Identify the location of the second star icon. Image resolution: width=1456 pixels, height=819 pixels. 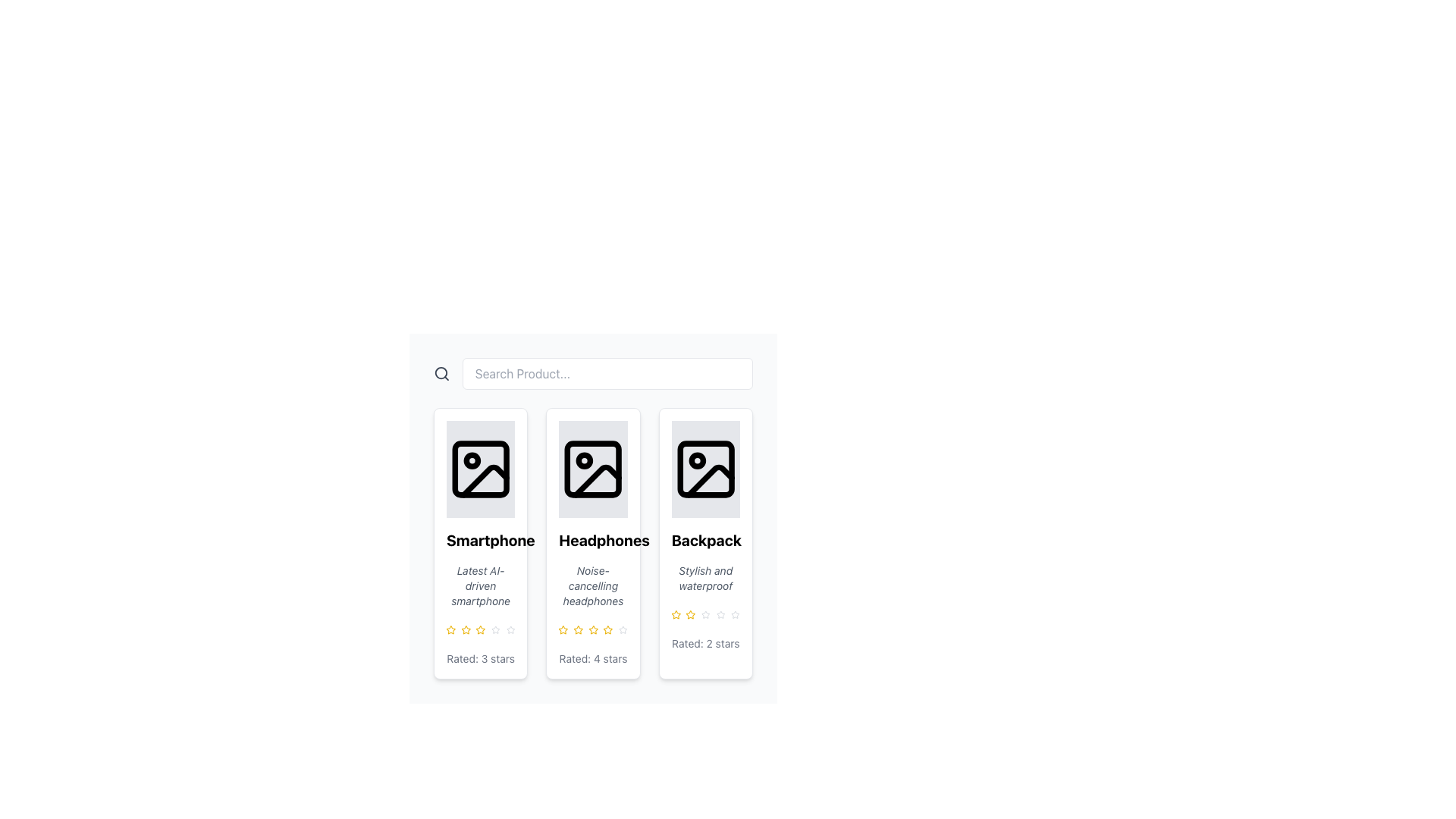
(465, 629).